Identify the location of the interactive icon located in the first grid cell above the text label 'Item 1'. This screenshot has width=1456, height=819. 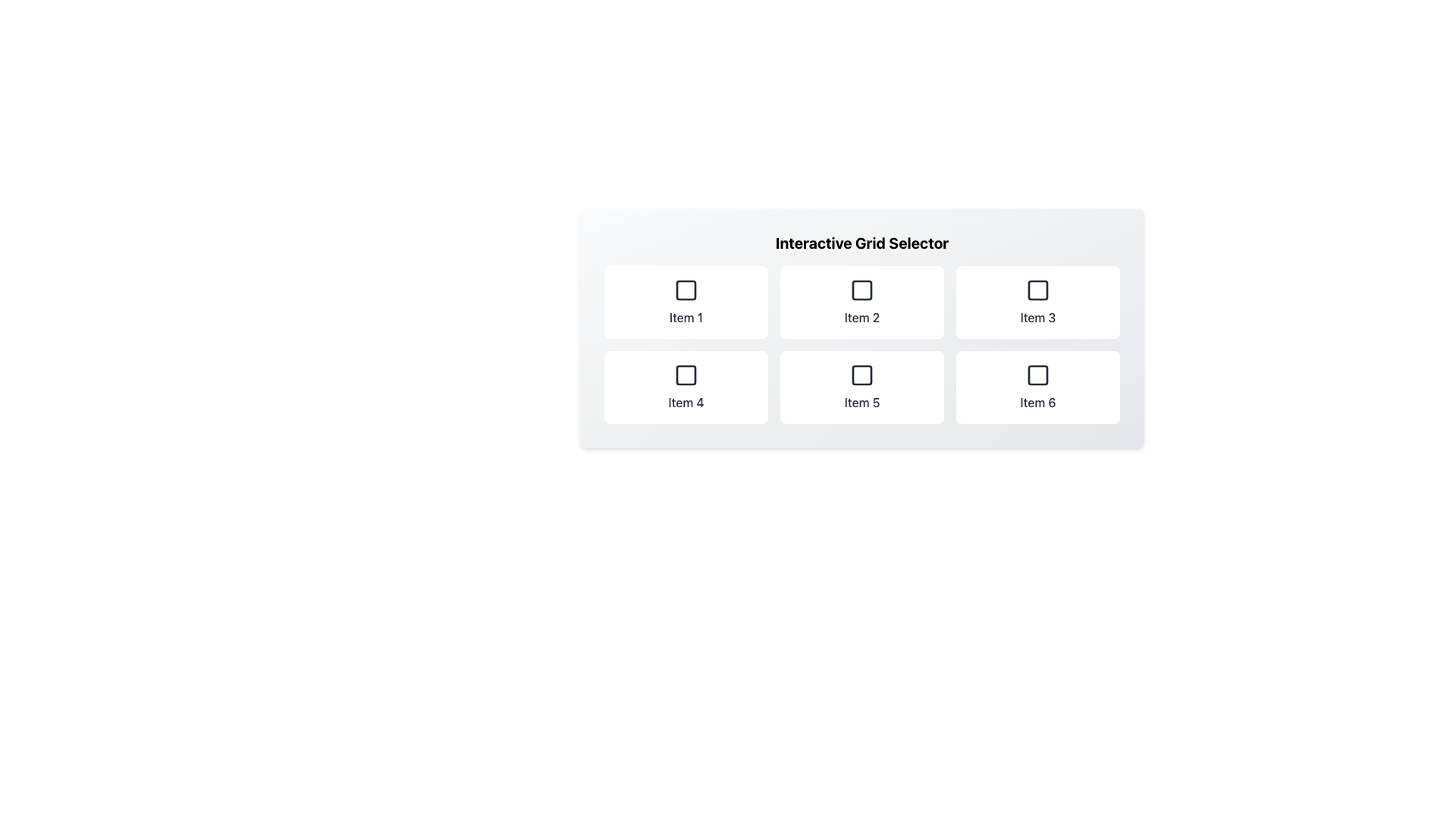
(686, 290).